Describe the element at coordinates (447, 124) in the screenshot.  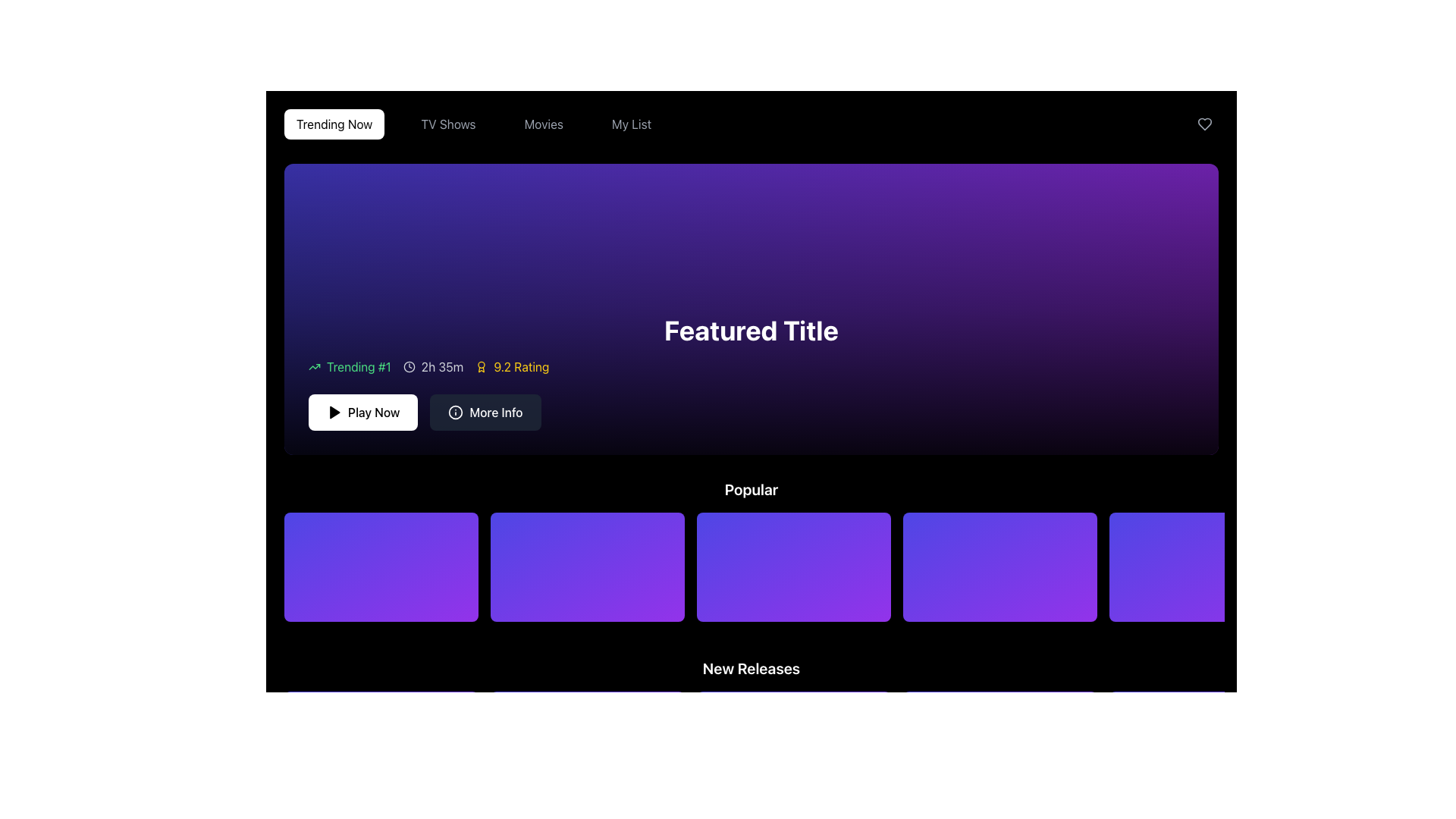
I see `the 'TV Shows' button in the navigation menu` at that location.